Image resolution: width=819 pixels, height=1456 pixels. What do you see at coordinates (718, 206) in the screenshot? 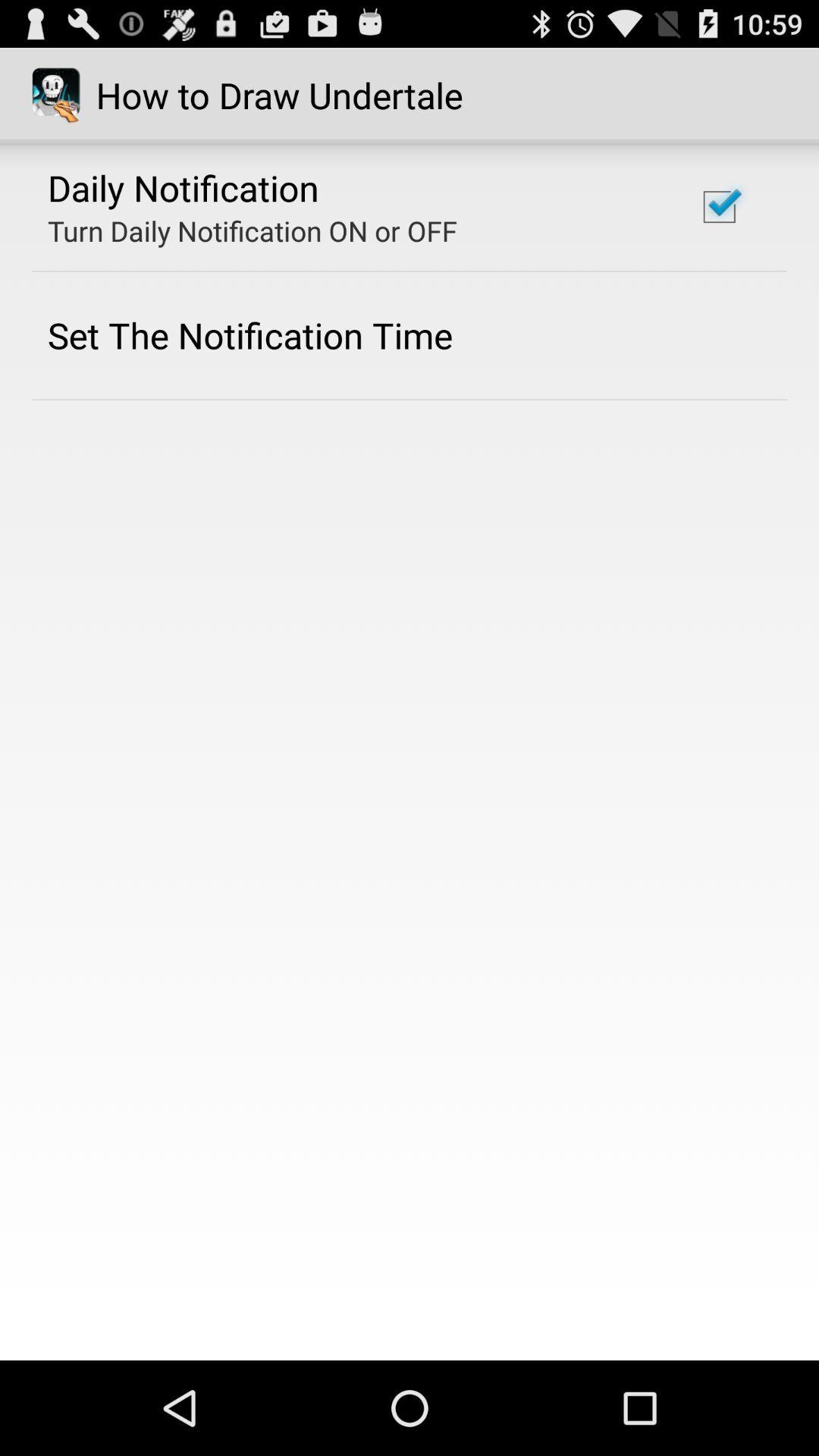
I see `the app next to the turn daily notification` at bounding box center [718, 206].